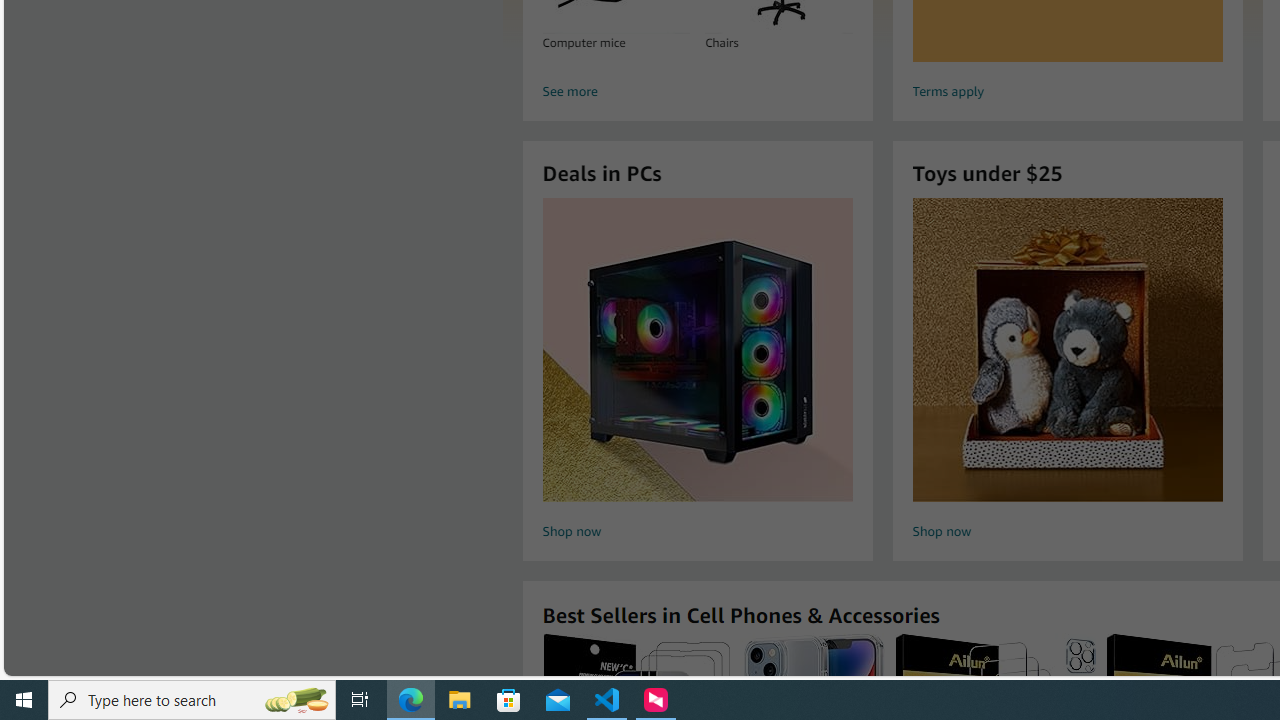 The image size is (1280, 720). I want to click on 'Toys under $25 Shop now', so click(1066, 371).